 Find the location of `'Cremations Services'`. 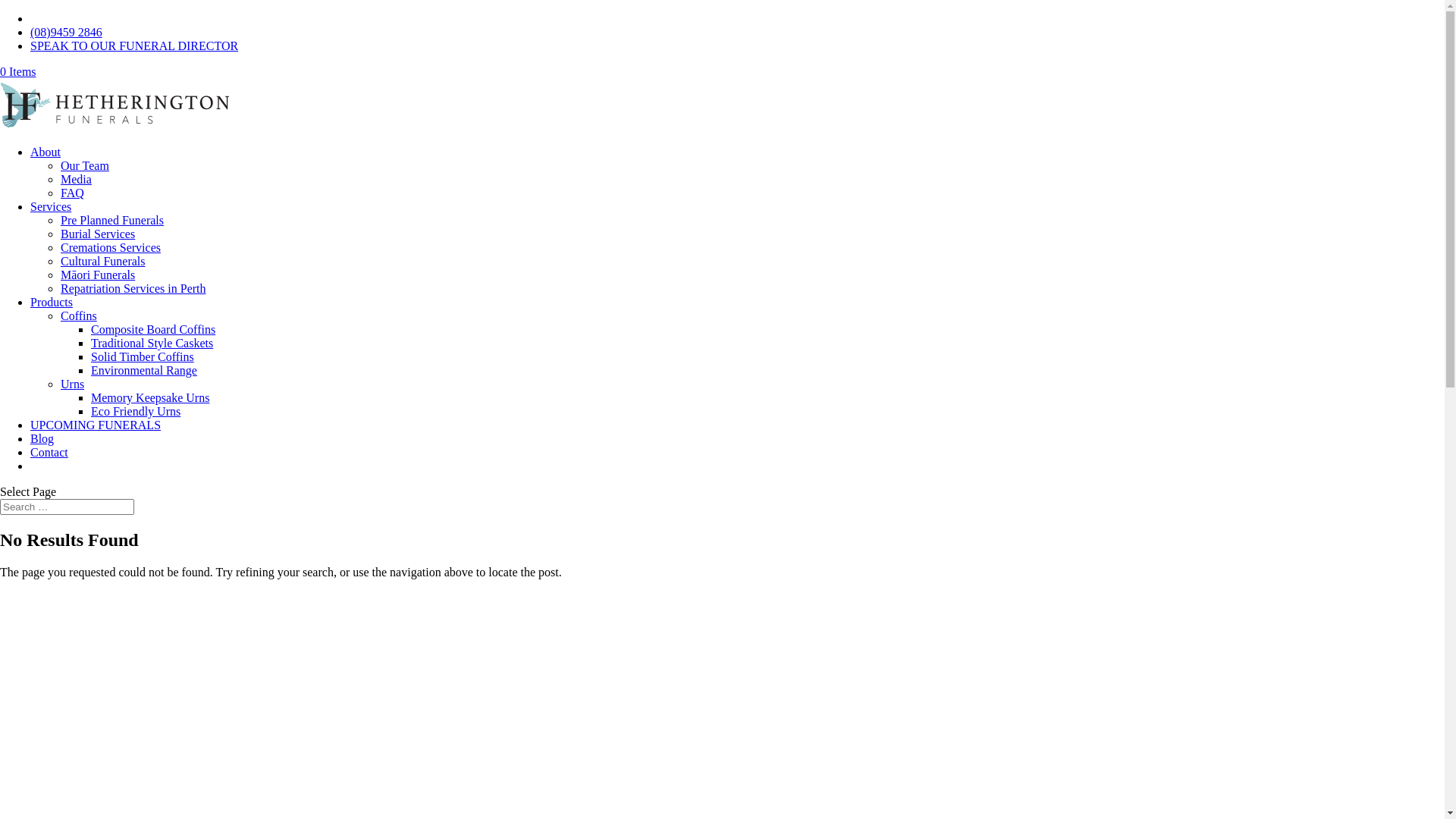

'Cremations Services' is located at coordinates (109, 246).